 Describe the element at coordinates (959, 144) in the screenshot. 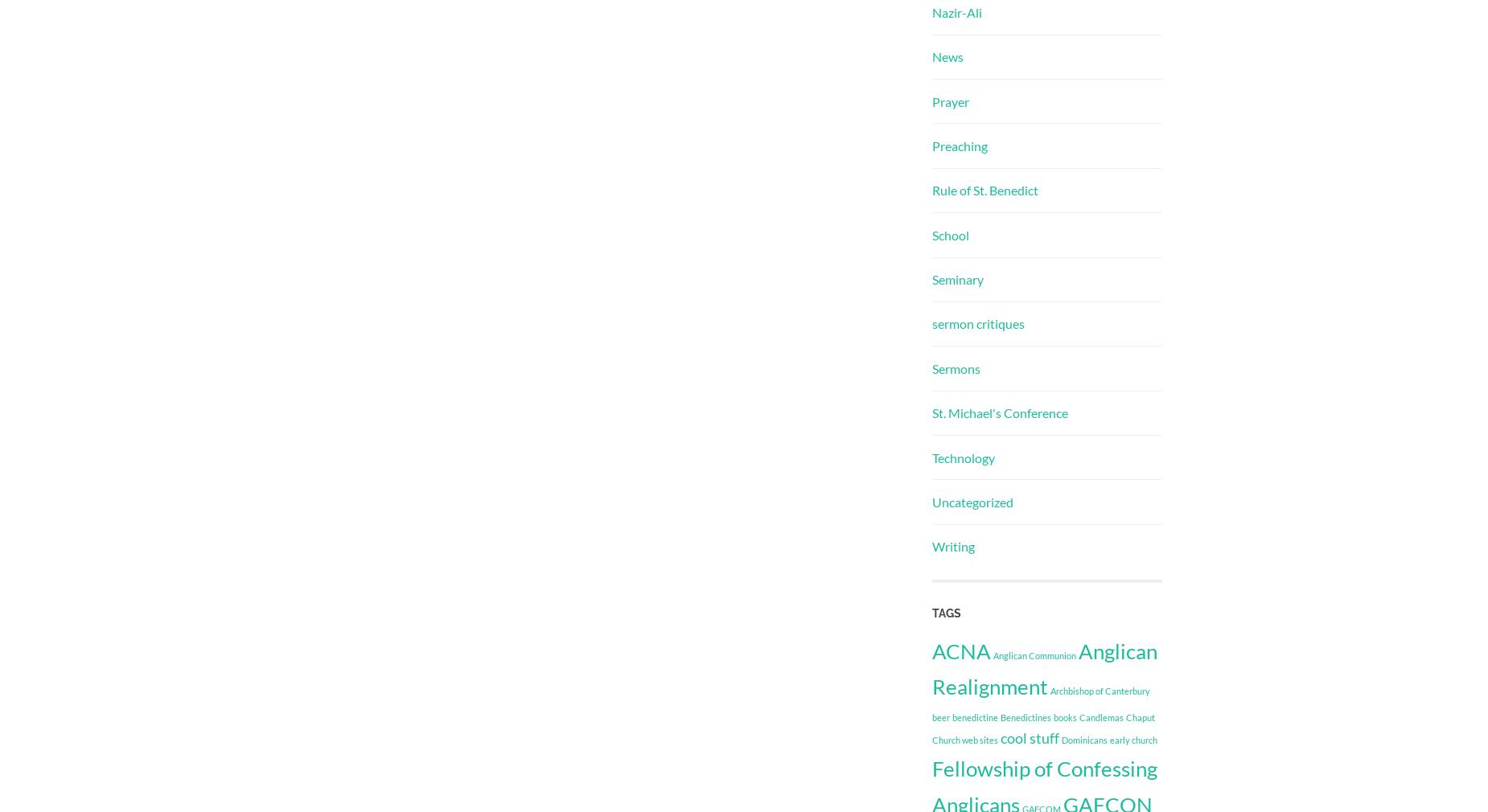

I see `'Preaching'` at that location.